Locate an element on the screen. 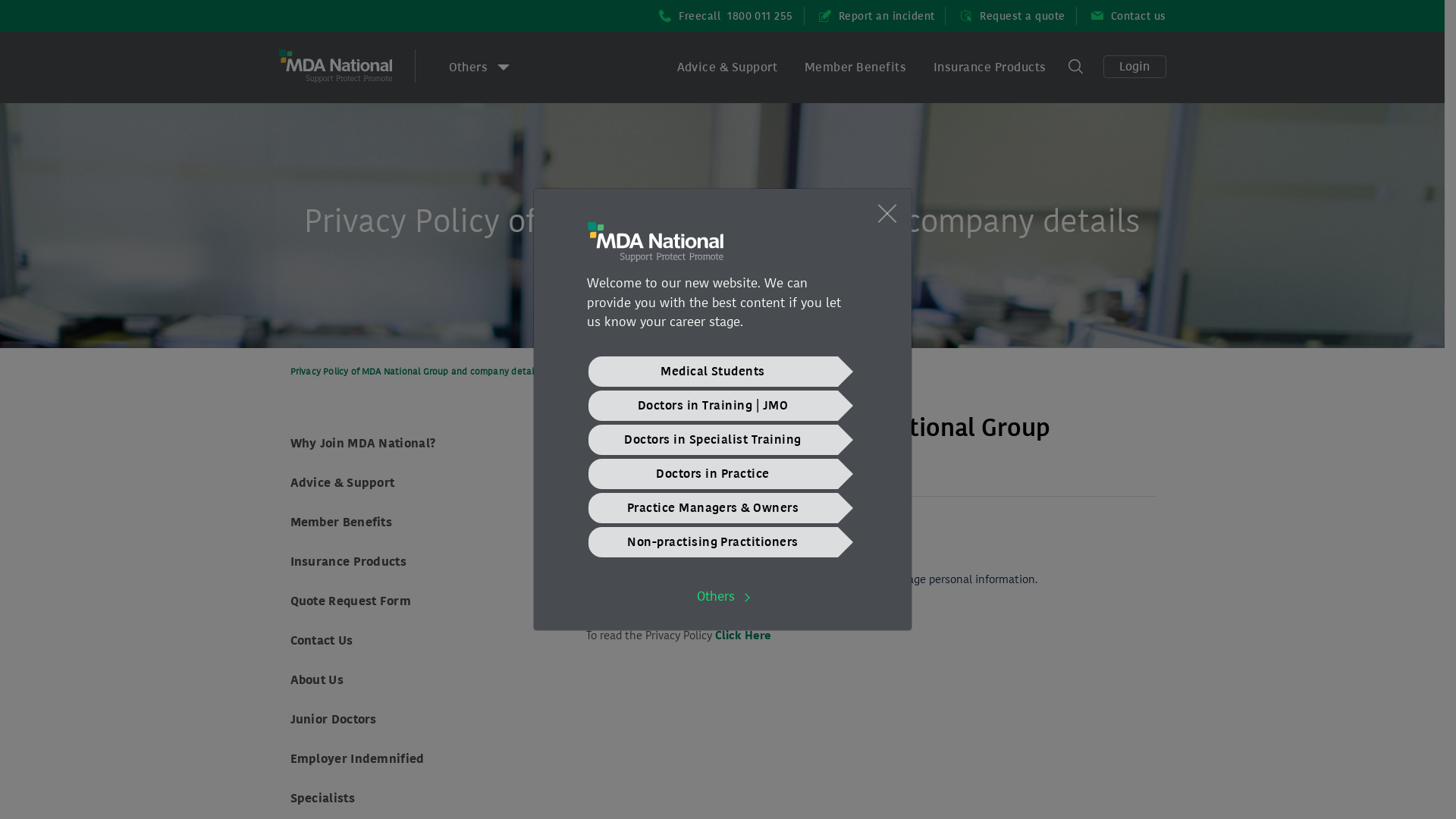 Image resolution: width=1456 pixels, height=819 pixels. 'Insurance Products' is located at coordinates (347, 561).